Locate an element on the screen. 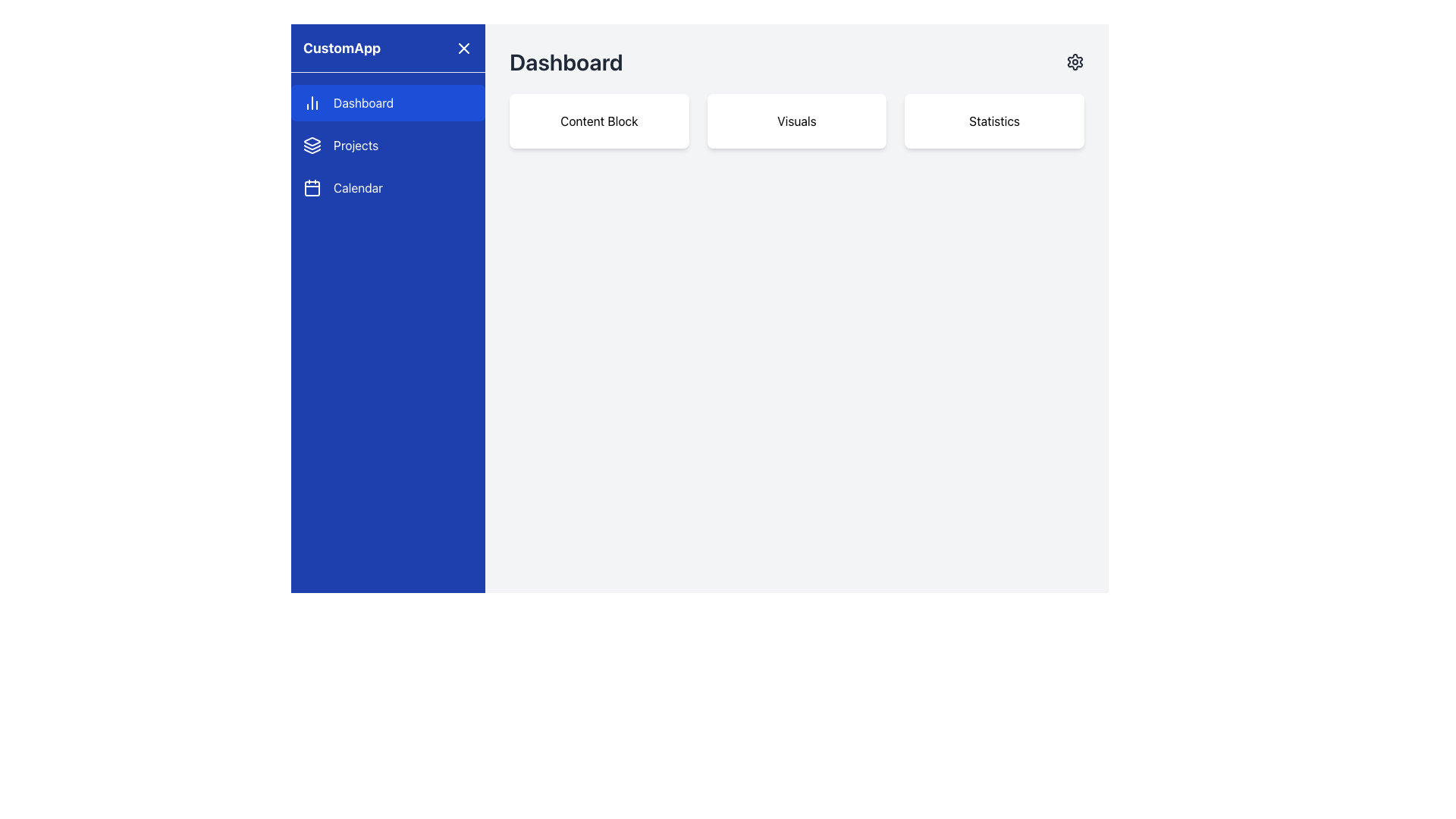  the chart pattern icon located in the sidebar menu, which is positioned to the left of the text 'Dashboard' is located at coordinates (312, 102).